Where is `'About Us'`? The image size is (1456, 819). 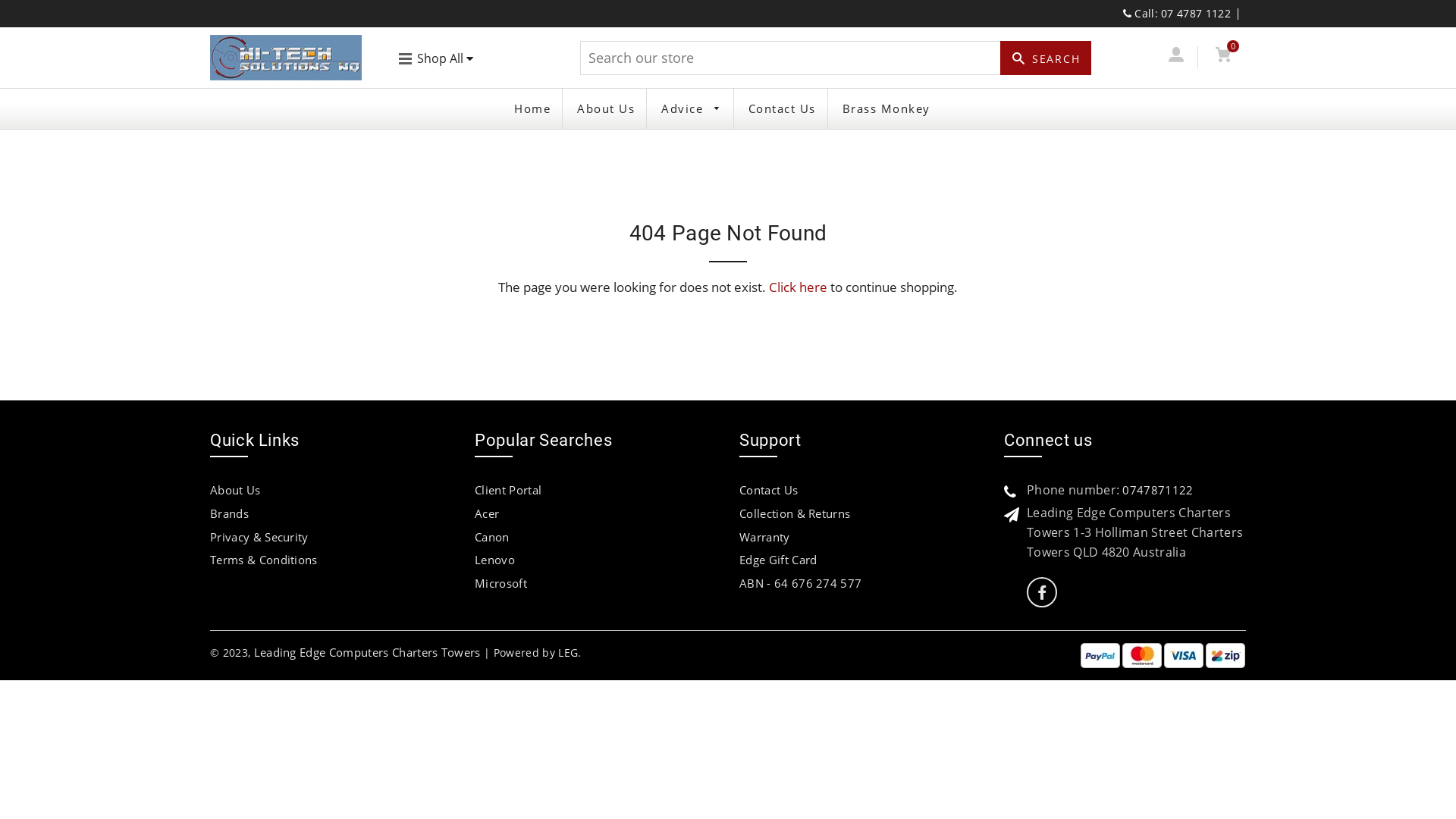 'About Us' is located at coordinates (564, 108).